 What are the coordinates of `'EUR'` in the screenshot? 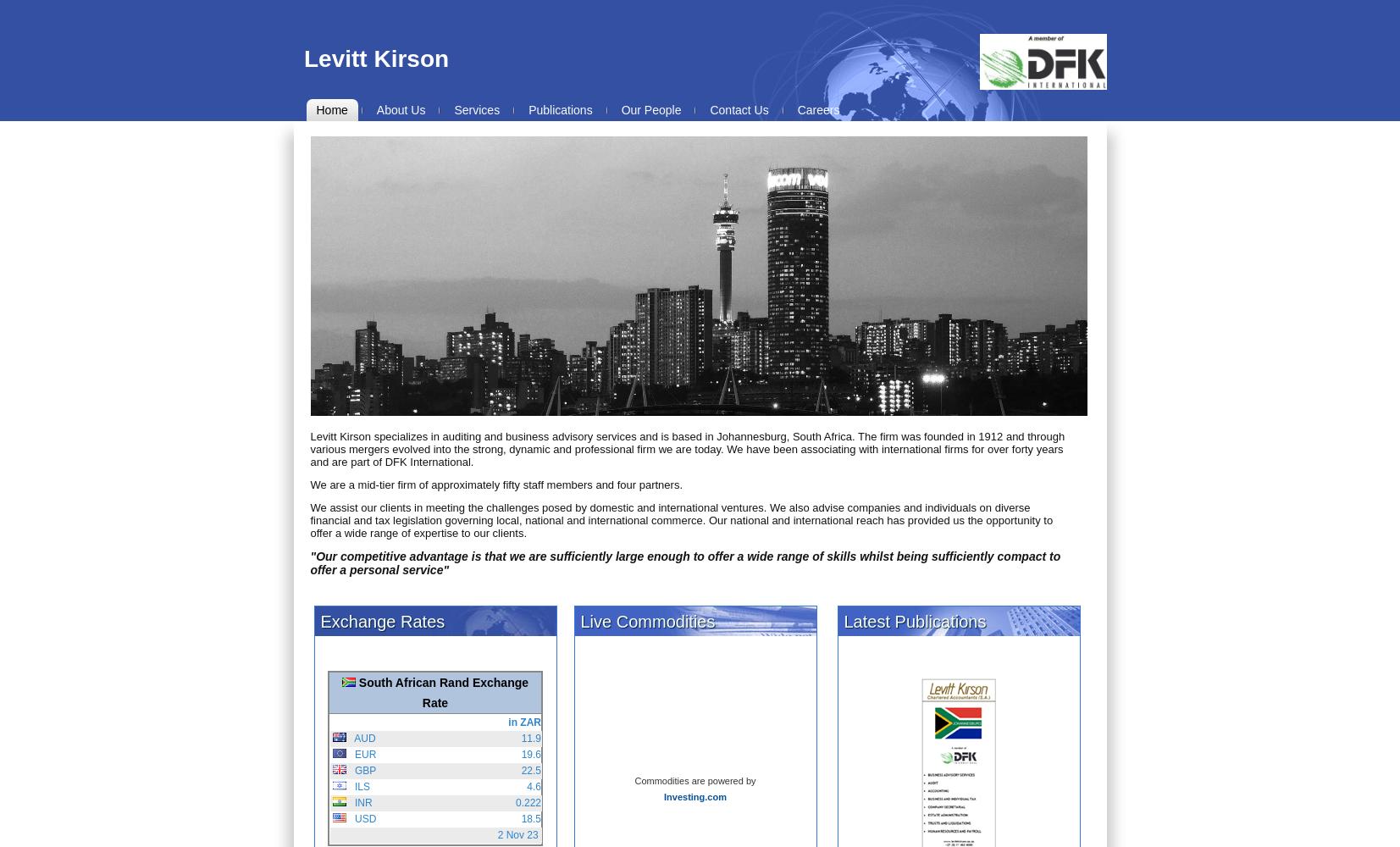 It's located at (360, 755).